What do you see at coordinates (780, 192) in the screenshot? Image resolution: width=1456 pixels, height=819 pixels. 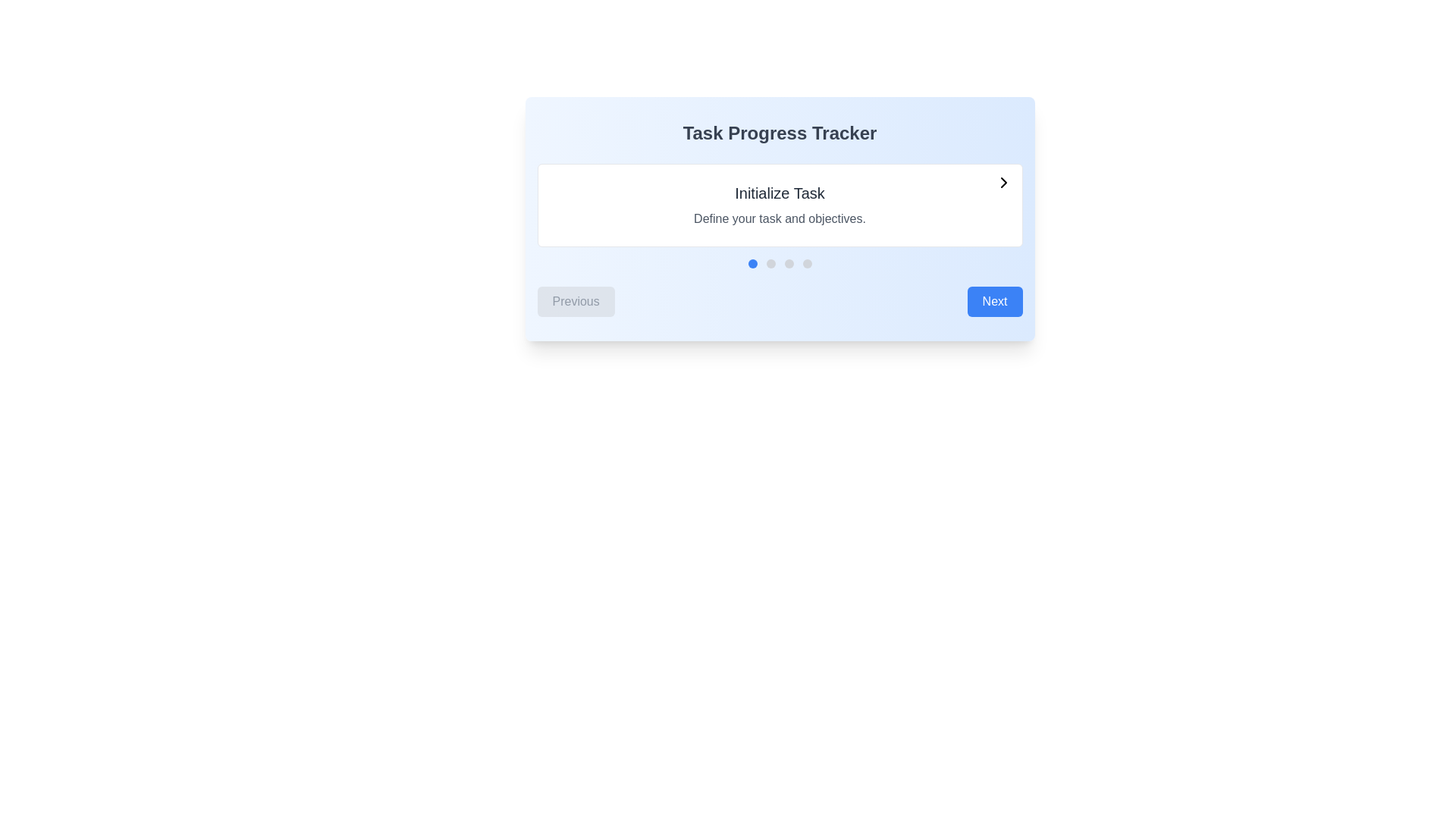 I see `the bold text label heading 'Initialize Task' which is displayed in large dark gray font above the smaller text line 'Define your task and objectives'` at bounding box center [780, 192].